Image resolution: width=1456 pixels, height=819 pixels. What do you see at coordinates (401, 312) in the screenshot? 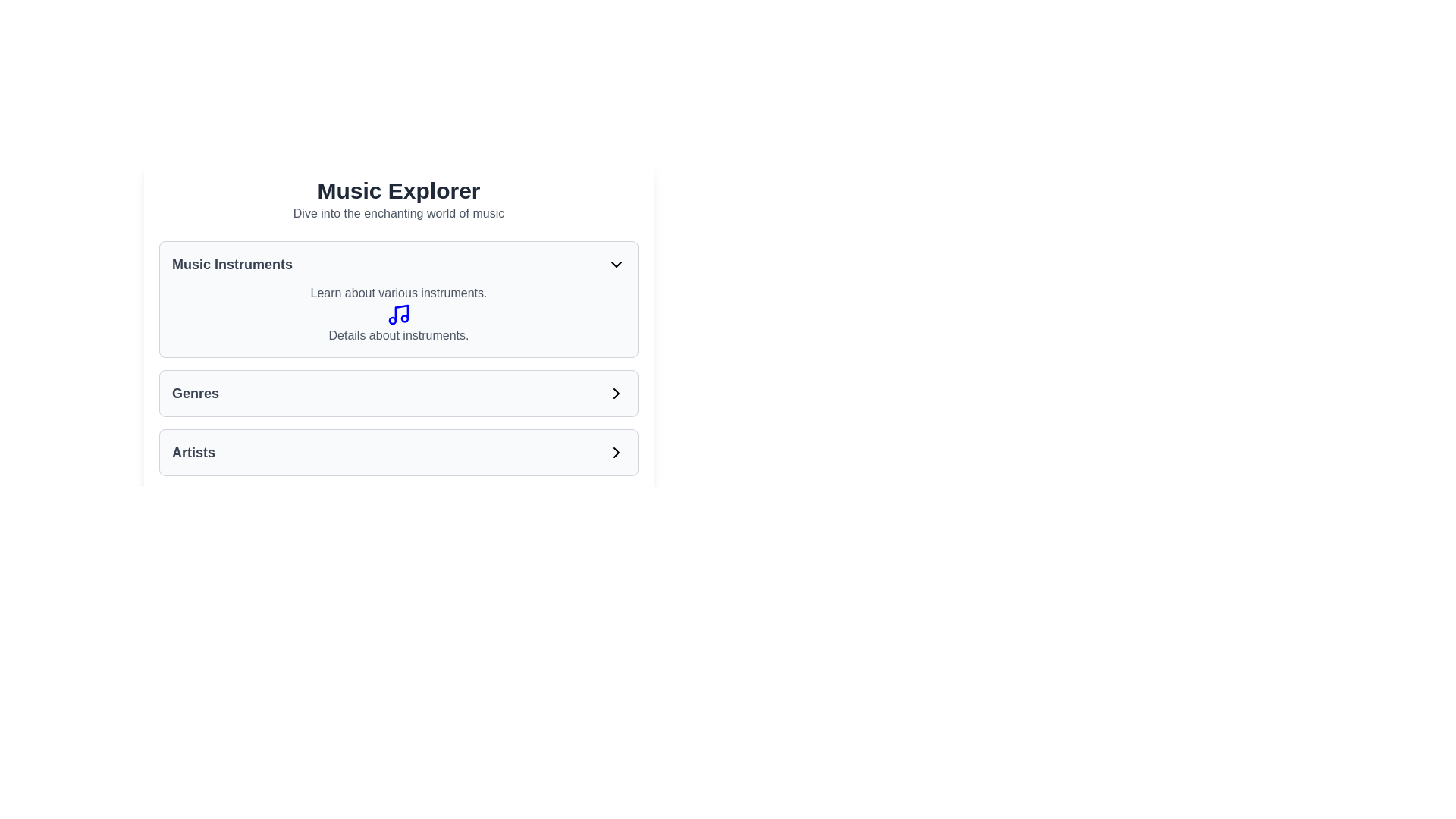
I see `the diagonal line resembling a musical note's stem, styled with a blue stroke, located within the 'Music Instruments' card under the 'Music Explorer' title` at bounding box center [401, 312].